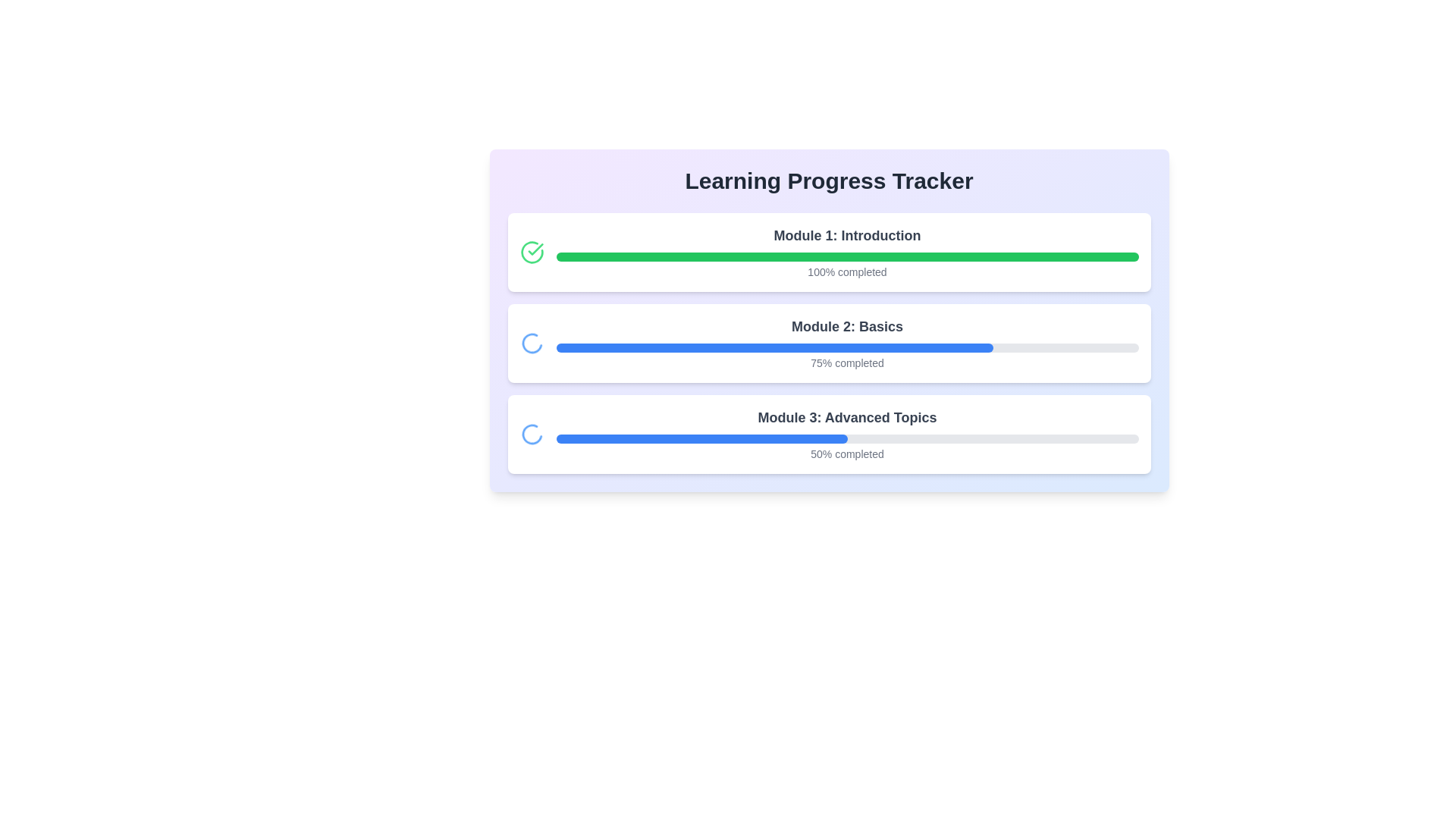 Image resolution: width=1456 pixels, height=819 pixels. What do you see at coordinates (701, 438) in the screenshot?
I see `the Progress indicator (visual fill) representing 50% completion of 'Module 3: Advanced Topics' within the progress bar` at bounding box center [701, 438].